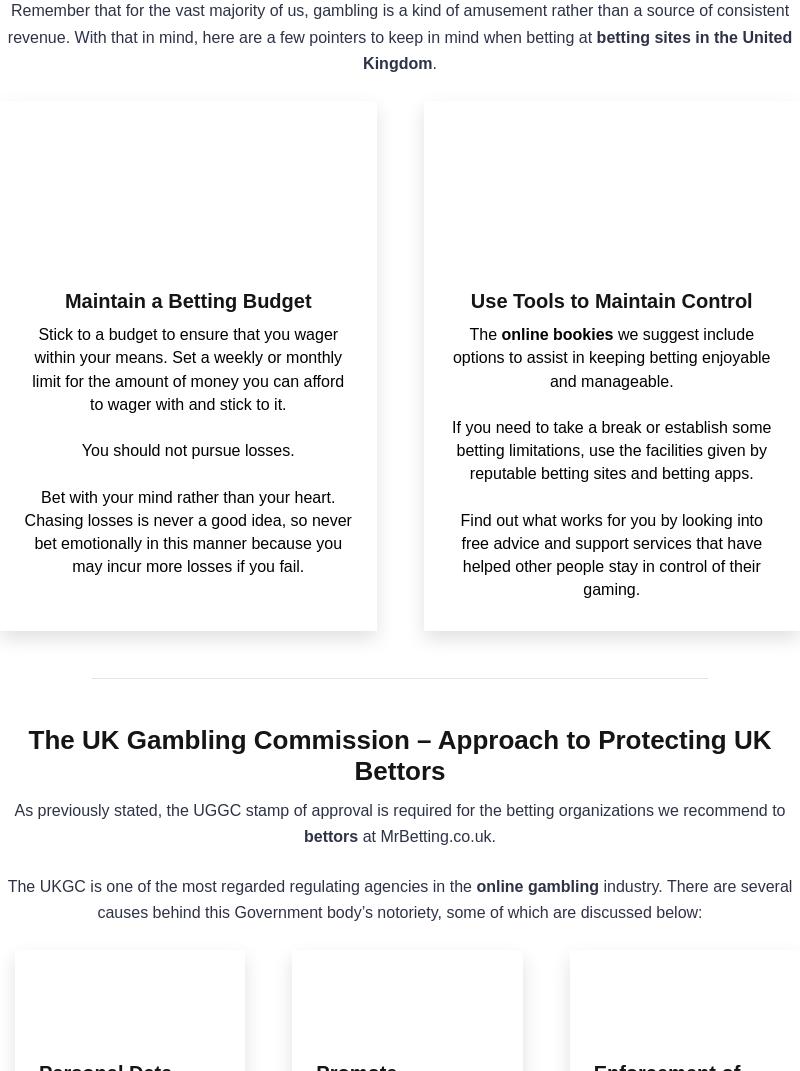 This screenshot has height=1071, width=800. I want to click on 'Use Tools to Maintain Control', so click(610, 300).